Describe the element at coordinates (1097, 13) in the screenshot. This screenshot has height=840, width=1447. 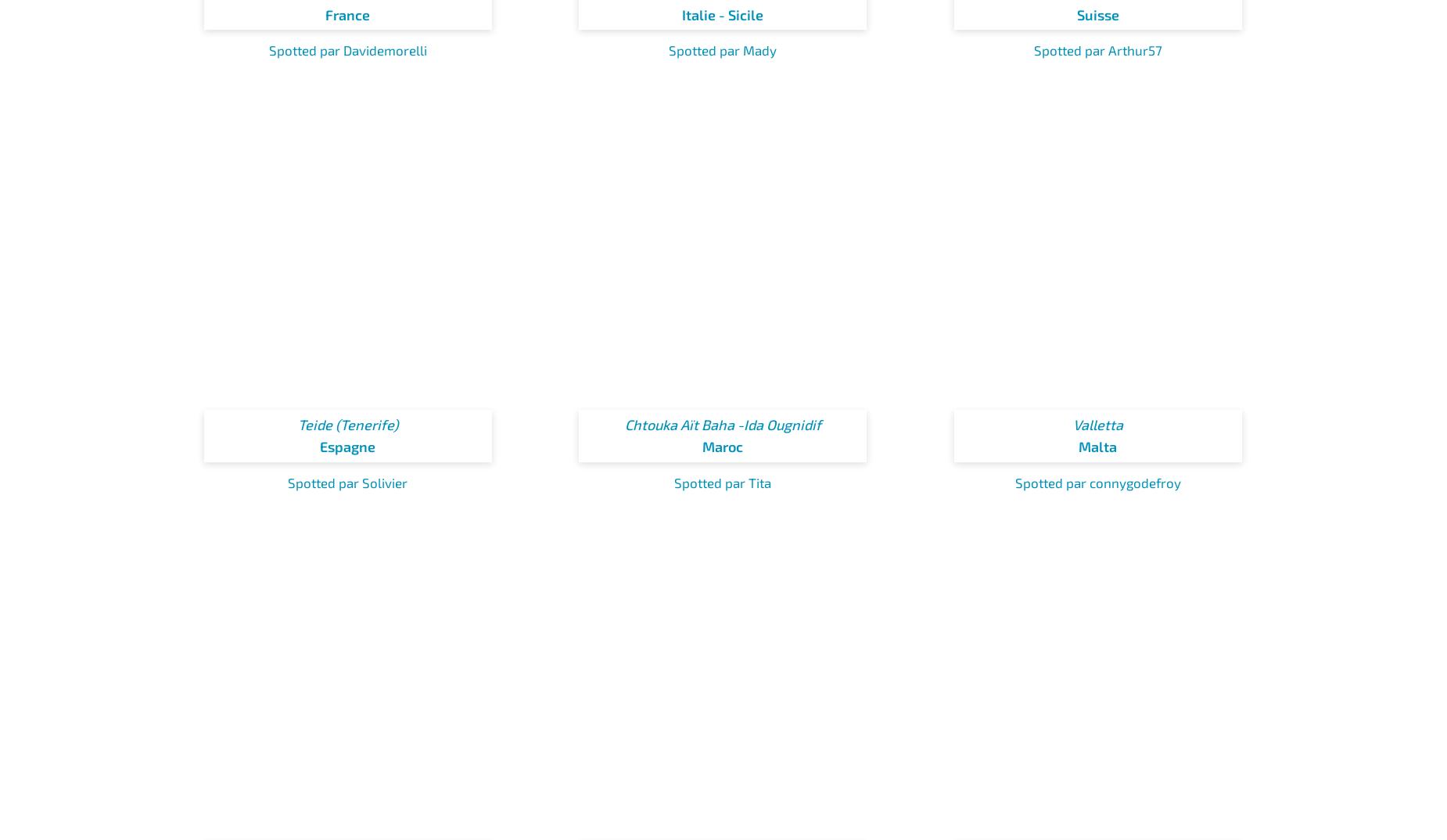
I see `'Suisse'` at that location.